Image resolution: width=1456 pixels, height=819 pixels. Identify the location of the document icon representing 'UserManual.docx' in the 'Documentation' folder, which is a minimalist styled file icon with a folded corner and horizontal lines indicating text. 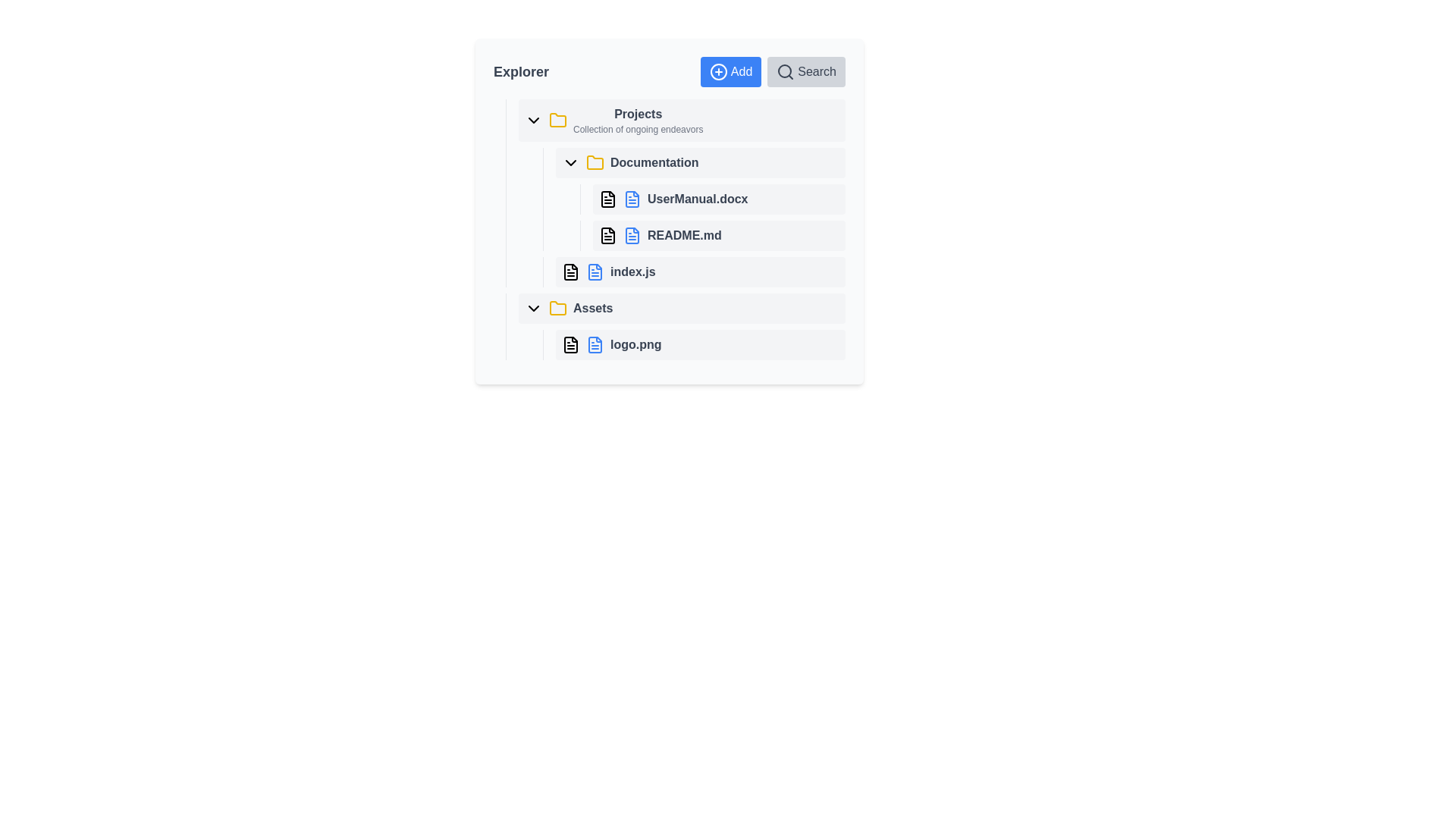
(607, 198).